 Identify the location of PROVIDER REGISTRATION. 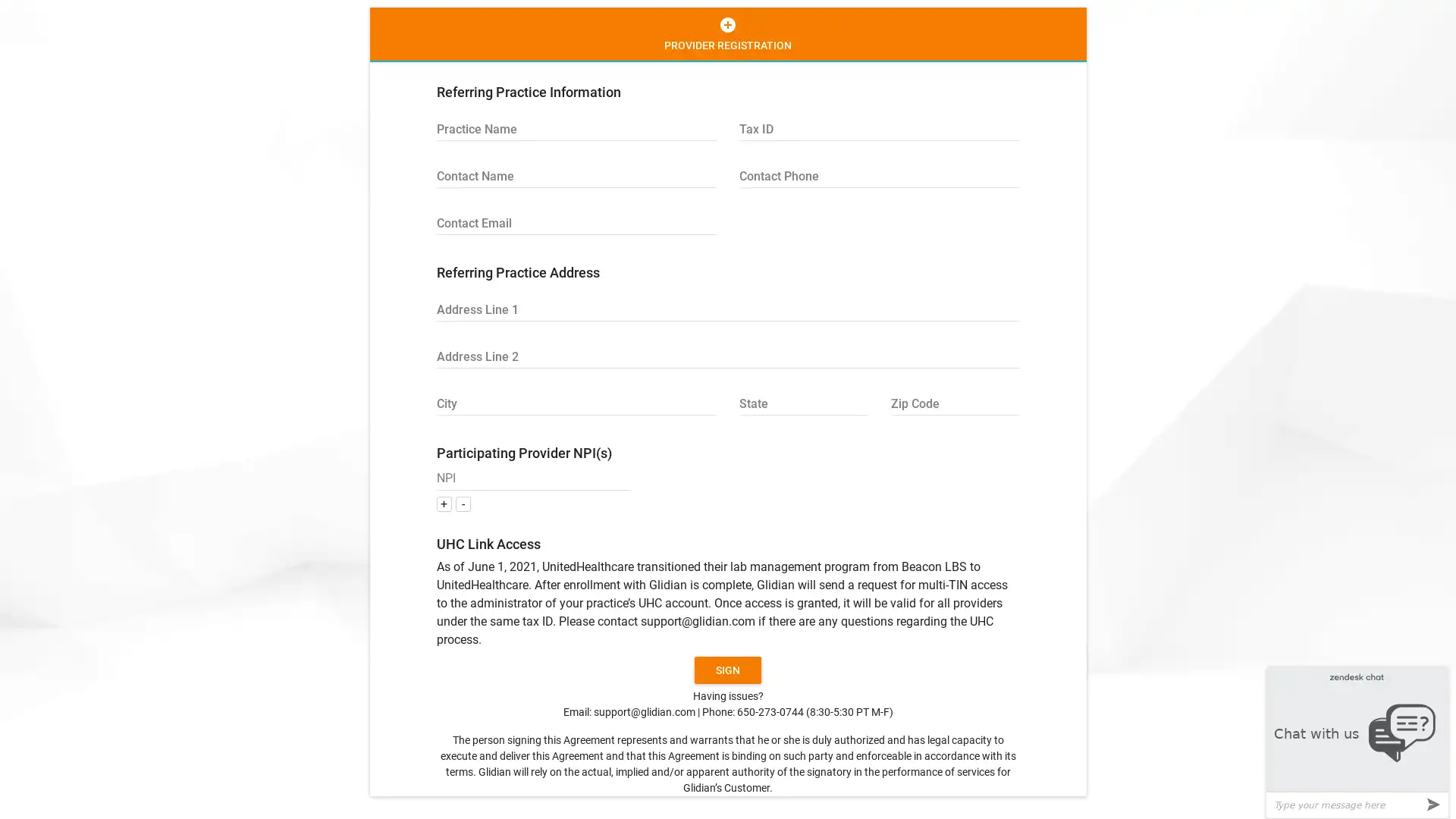
(726, 34).